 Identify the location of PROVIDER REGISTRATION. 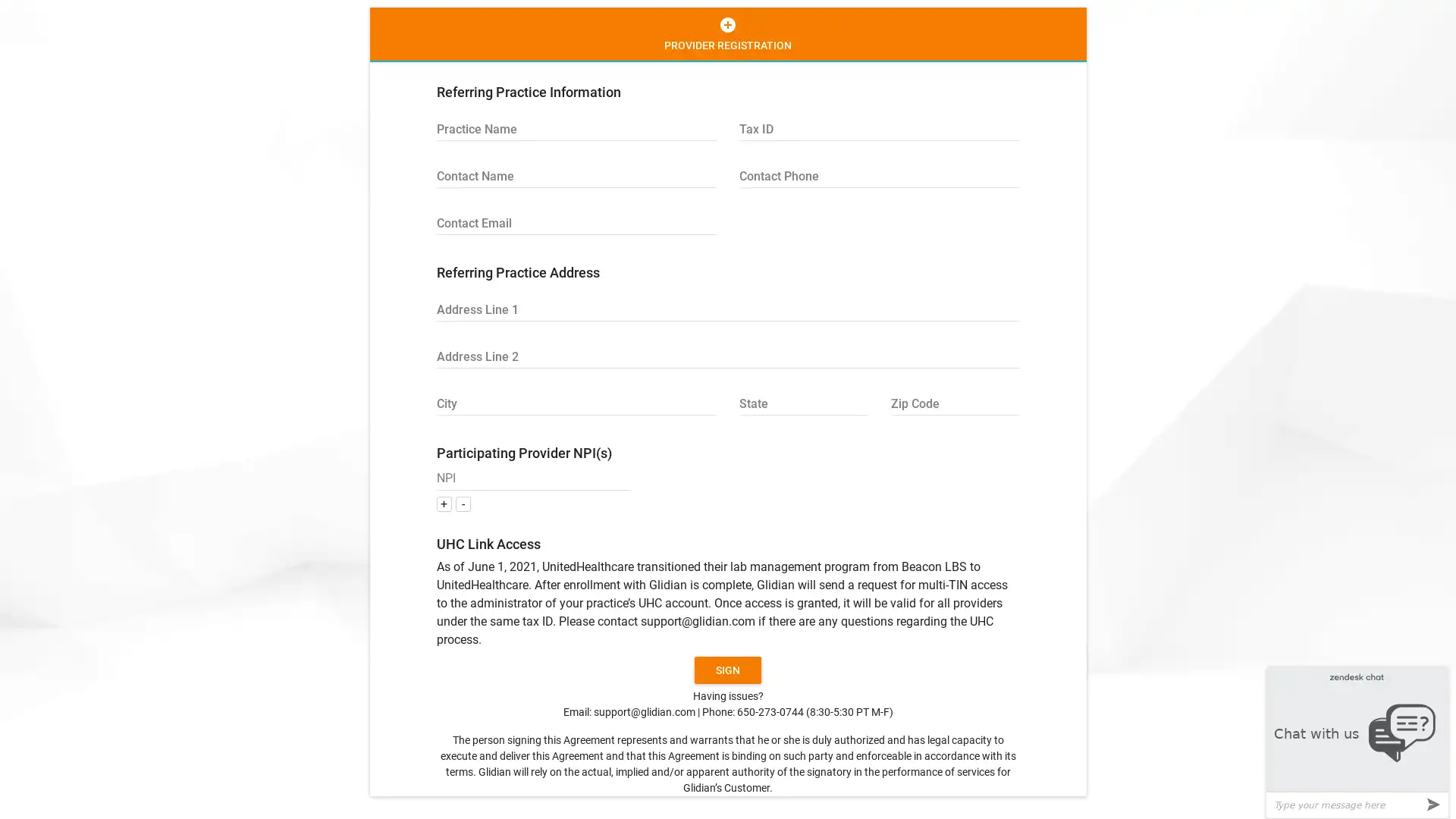
(726, 34).